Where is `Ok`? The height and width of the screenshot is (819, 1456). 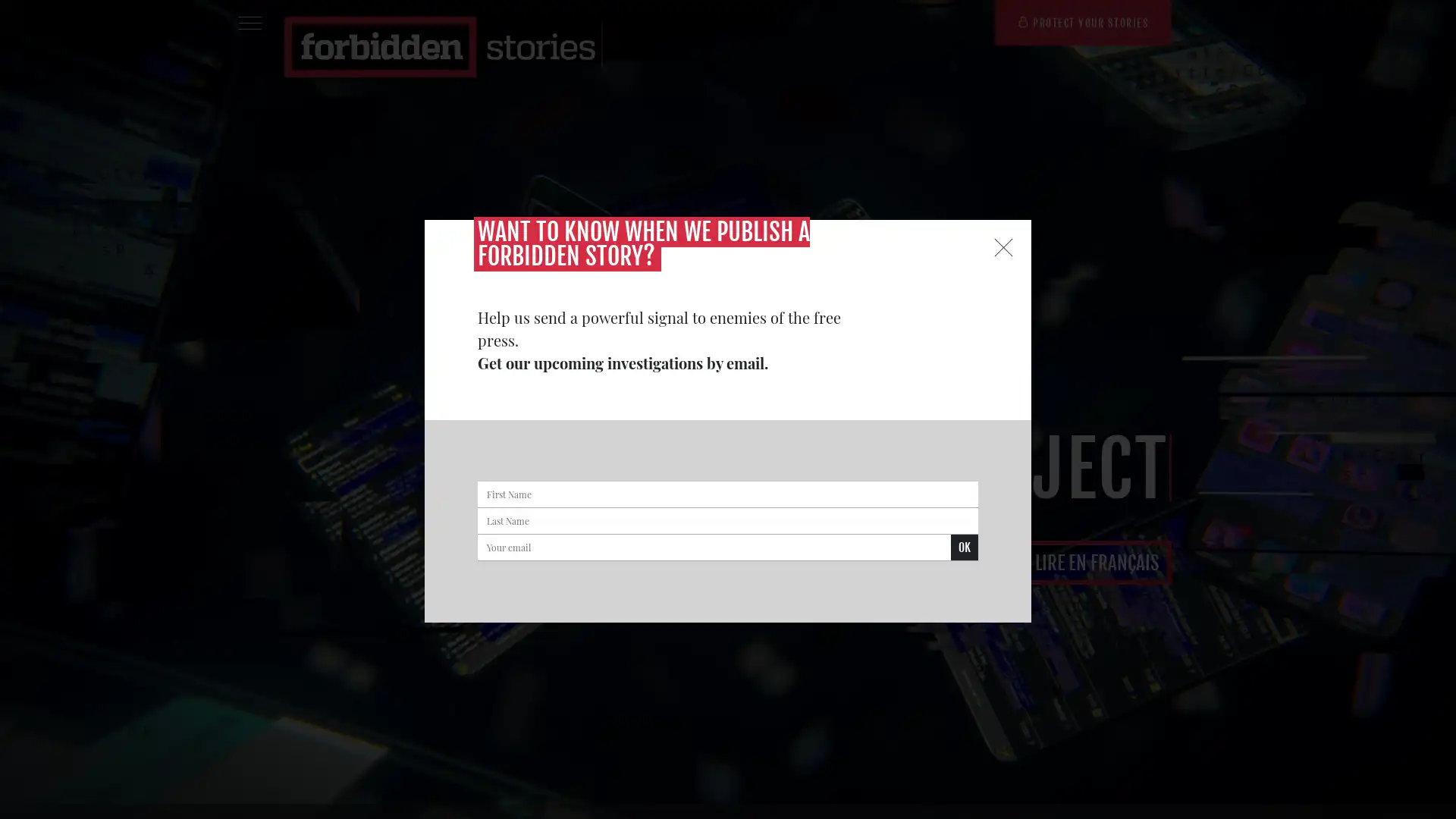
Ok is located at coordinates (298, 168).